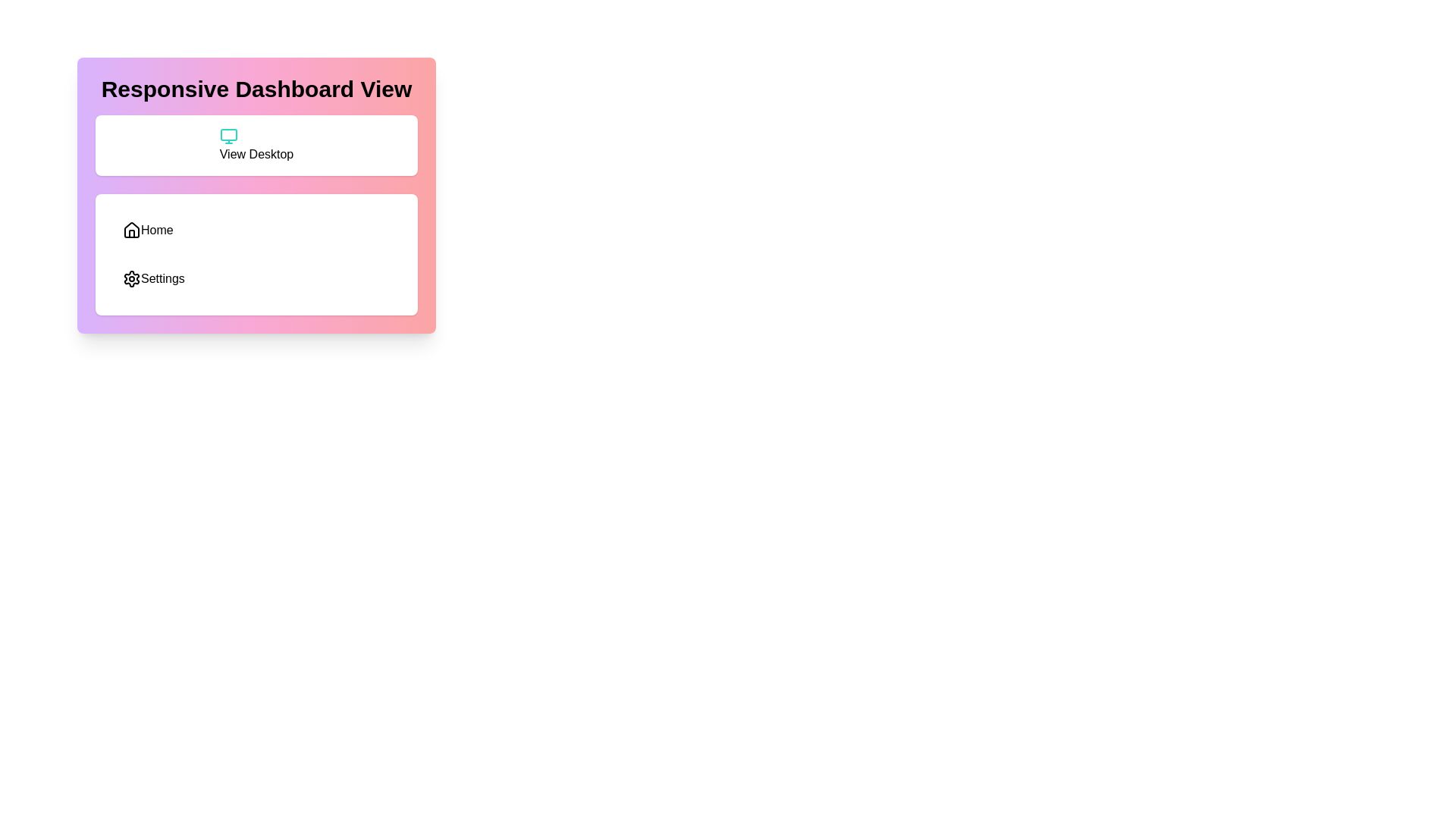 The width and height of the screenshot is (1456, 819). Describe the element at coordinates (131, 278) in the screenshot. I see `the black gear icon, which represents settings or configuration, located below the 'Home' option` at that location.